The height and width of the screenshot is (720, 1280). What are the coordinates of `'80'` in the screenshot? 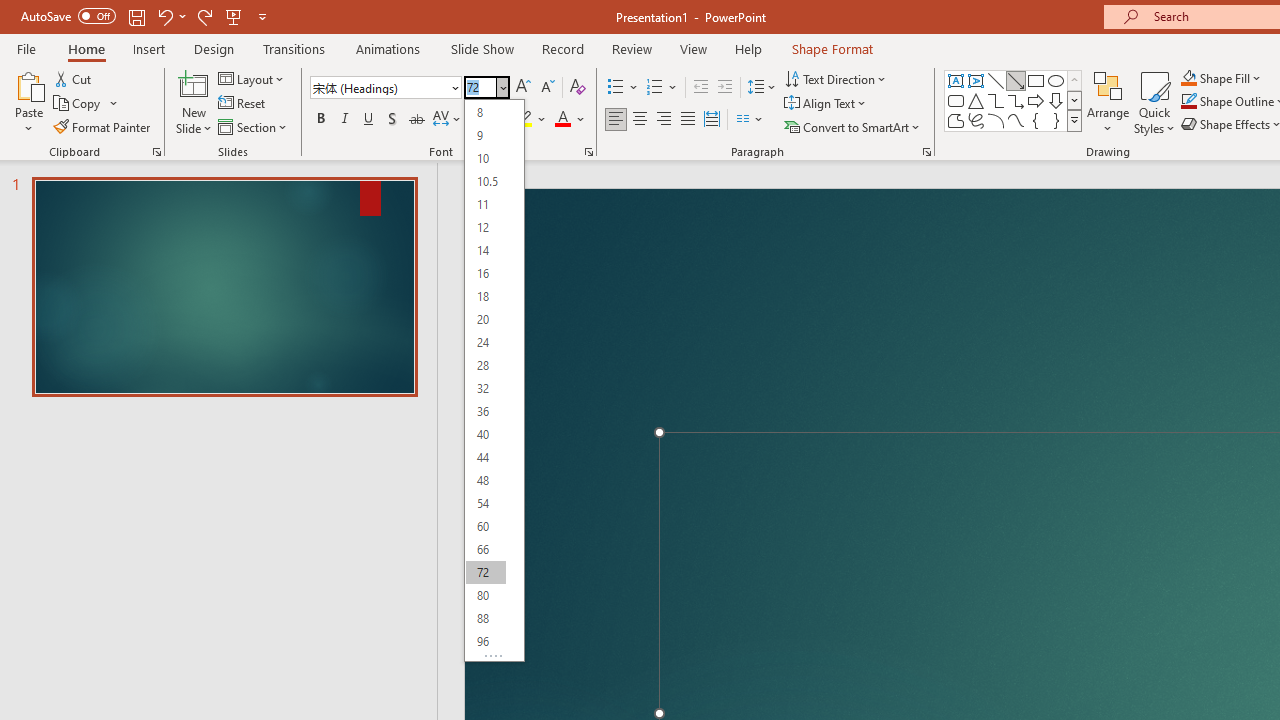 It's located at (485, 594).